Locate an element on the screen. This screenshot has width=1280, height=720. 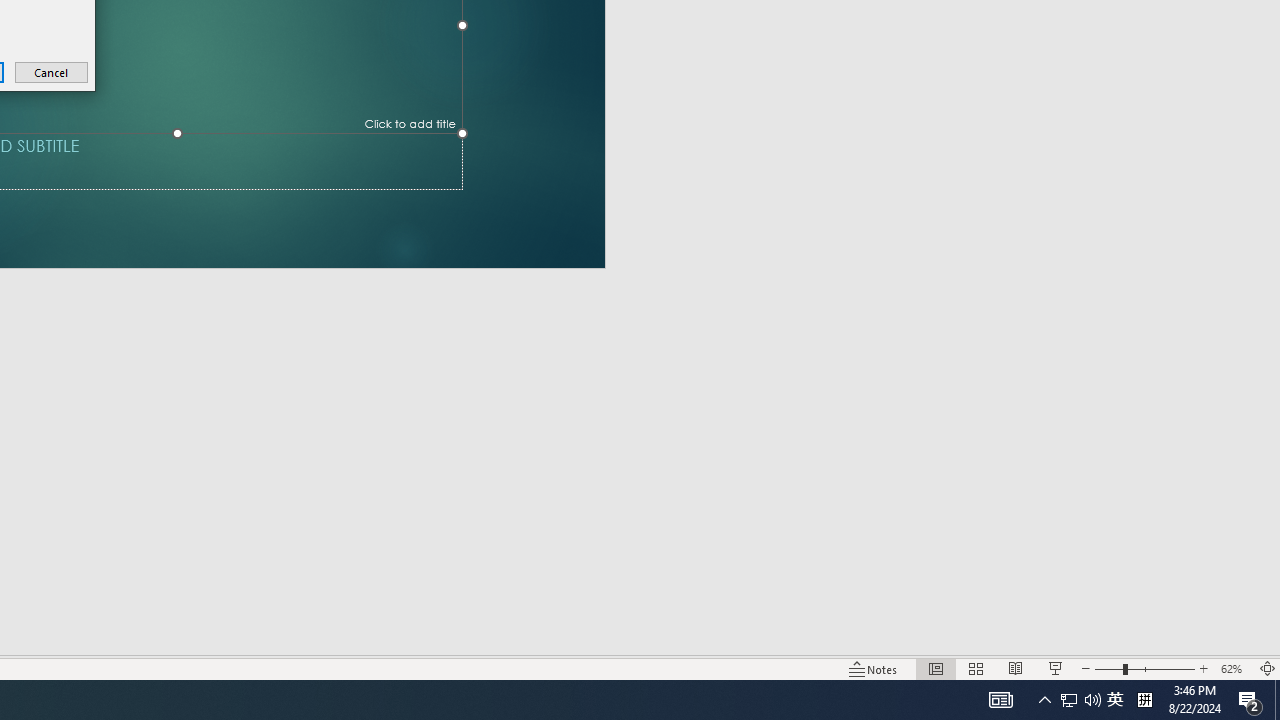
'Cancel' is located at coordinates (51, 71).